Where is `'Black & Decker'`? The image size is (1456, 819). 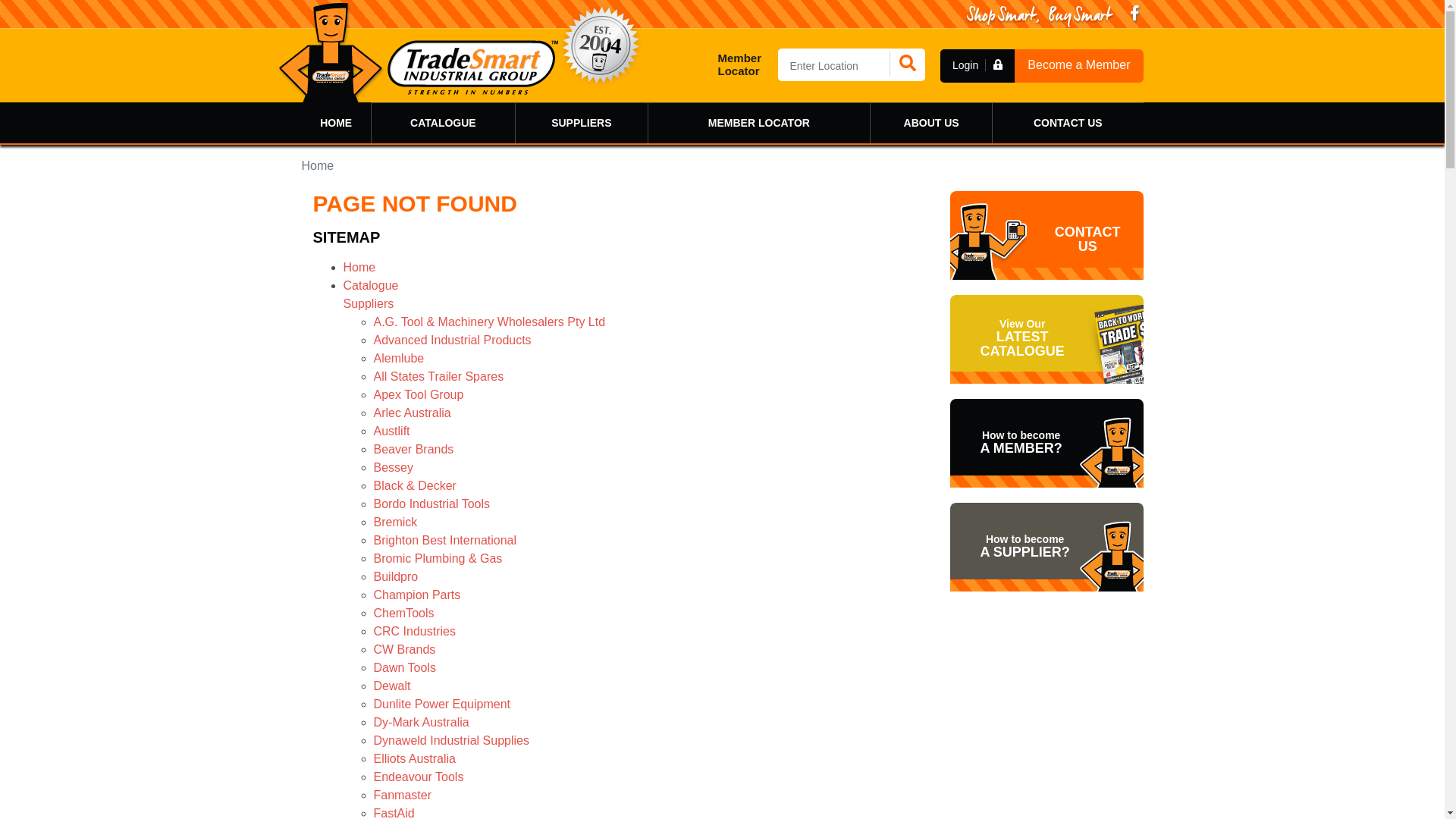
'Black & Decker' is located at coordinates (414, 485).